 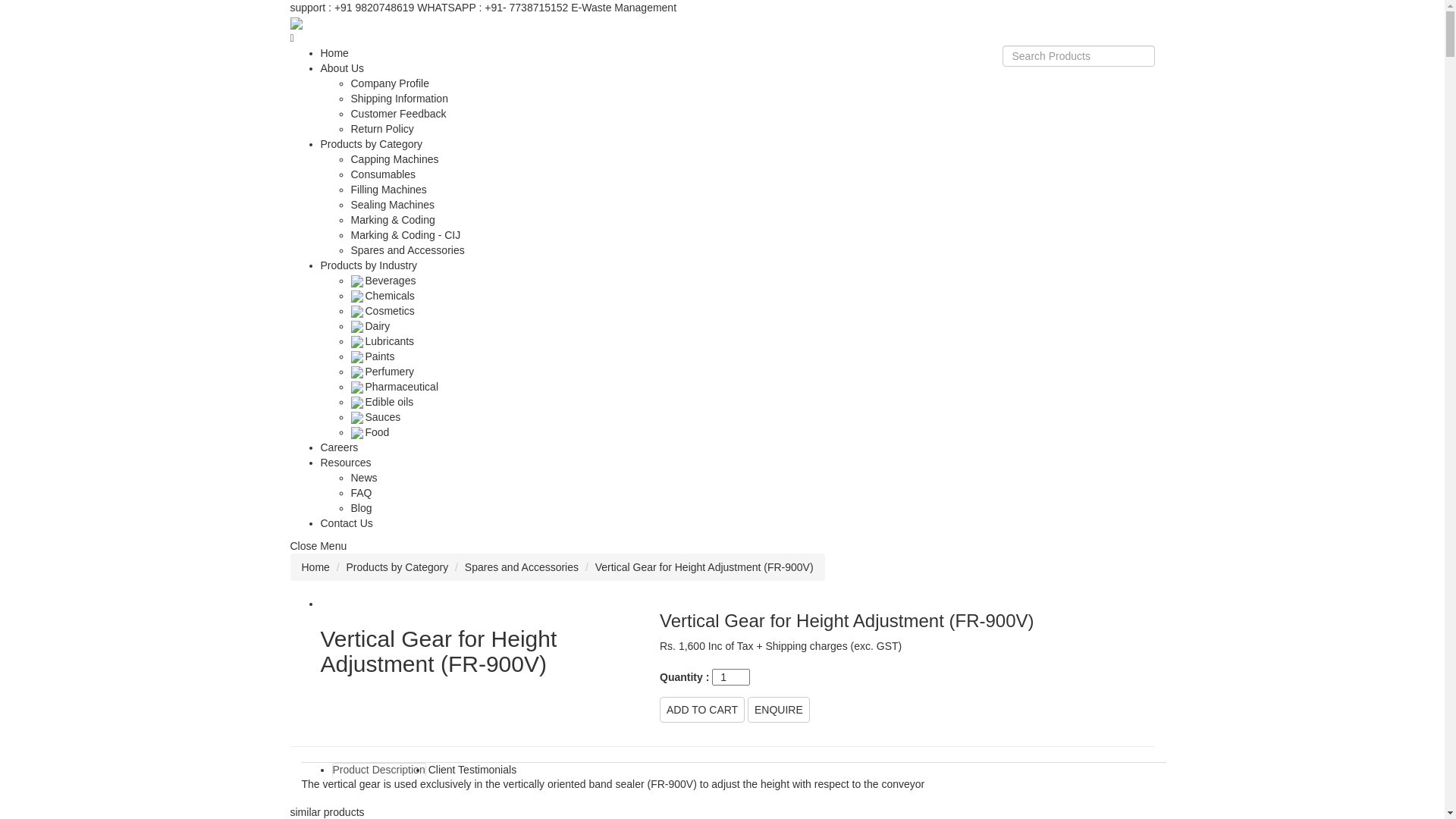 I want to click on 'Close Menu', so click(x=317, y=546).